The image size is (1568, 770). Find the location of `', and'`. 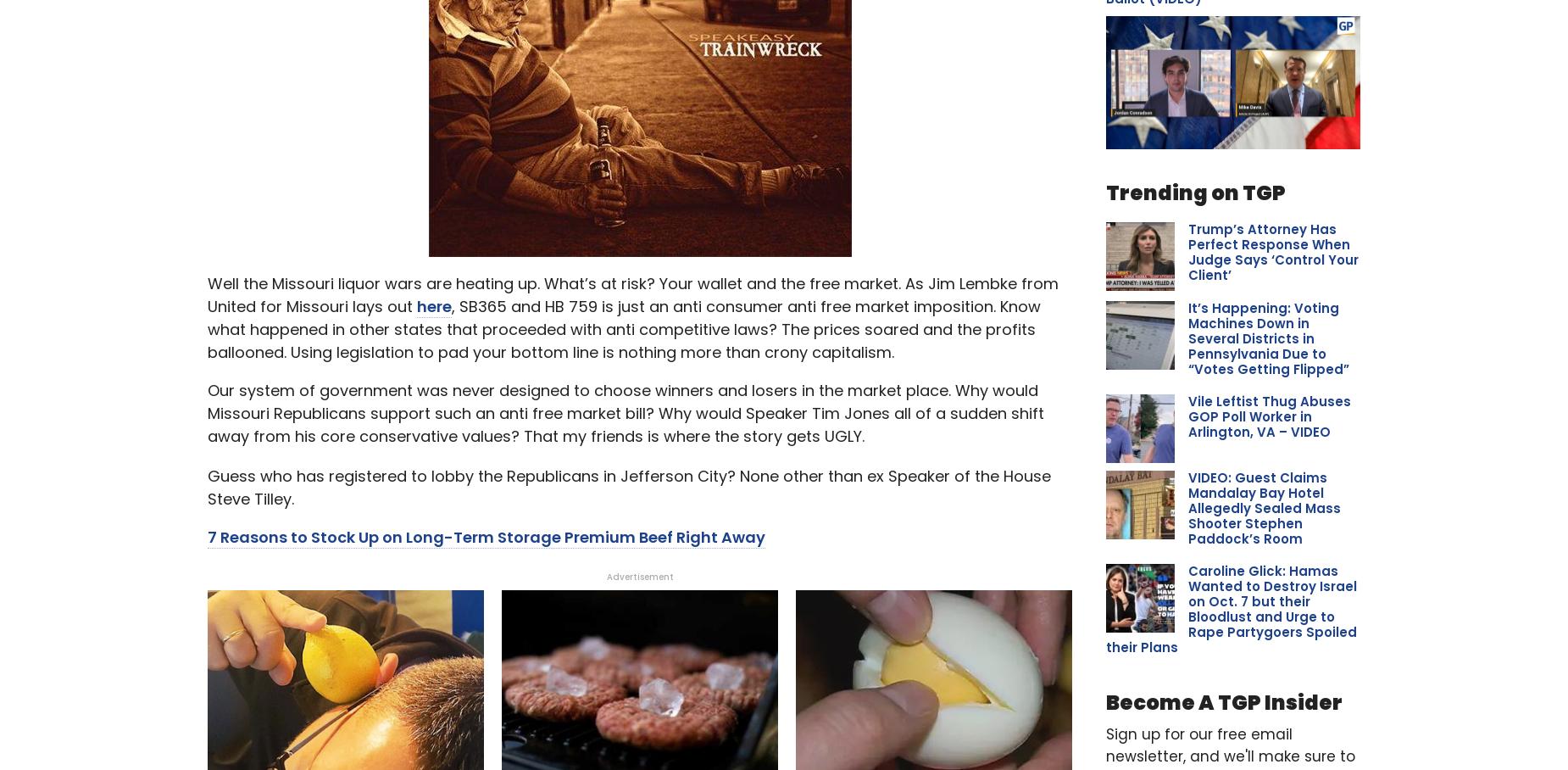

', and' is located at coordinates (453, 171).